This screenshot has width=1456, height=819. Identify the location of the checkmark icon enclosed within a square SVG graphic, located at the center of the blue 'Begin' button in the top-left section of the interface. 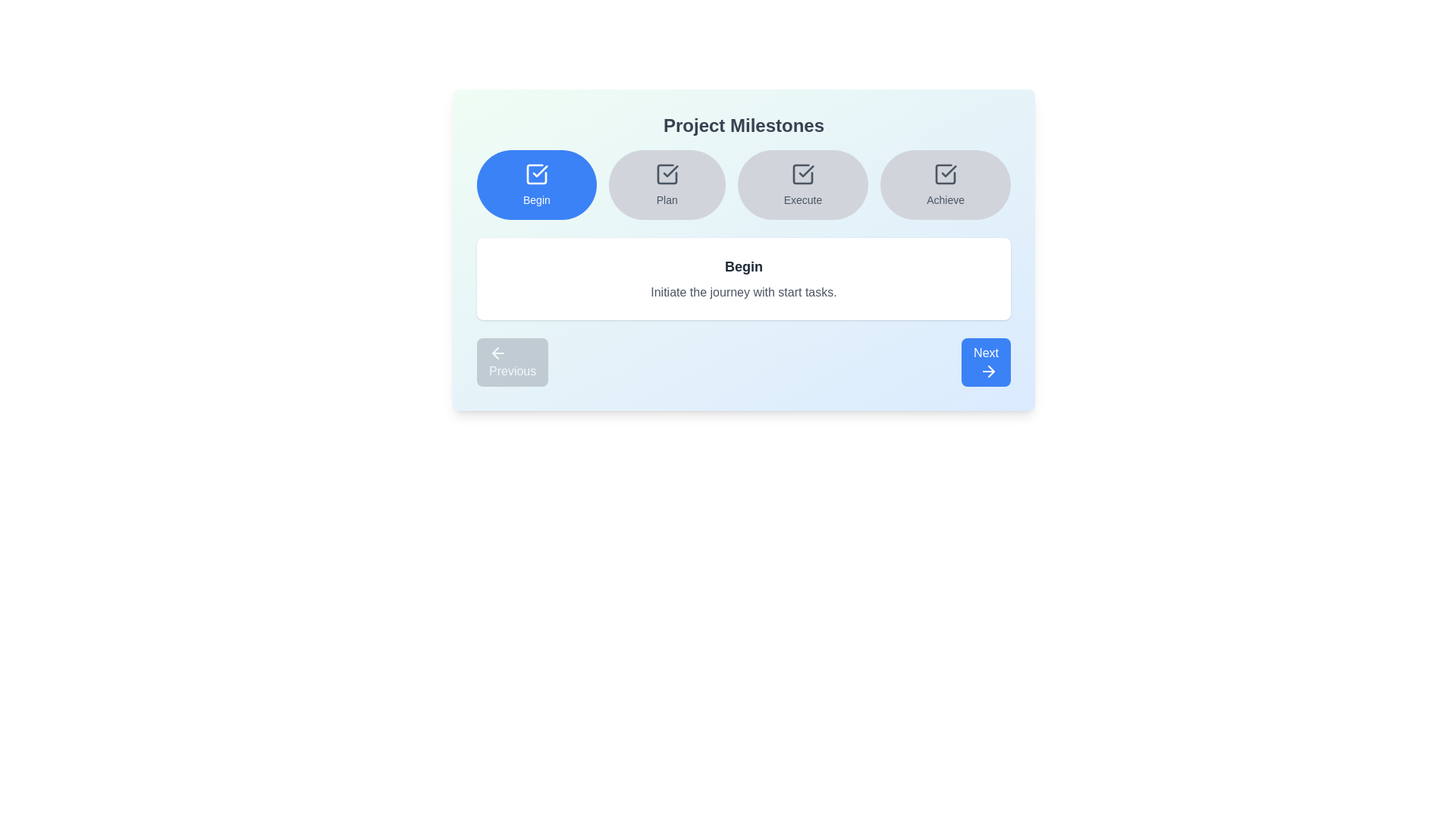
(540, 171).